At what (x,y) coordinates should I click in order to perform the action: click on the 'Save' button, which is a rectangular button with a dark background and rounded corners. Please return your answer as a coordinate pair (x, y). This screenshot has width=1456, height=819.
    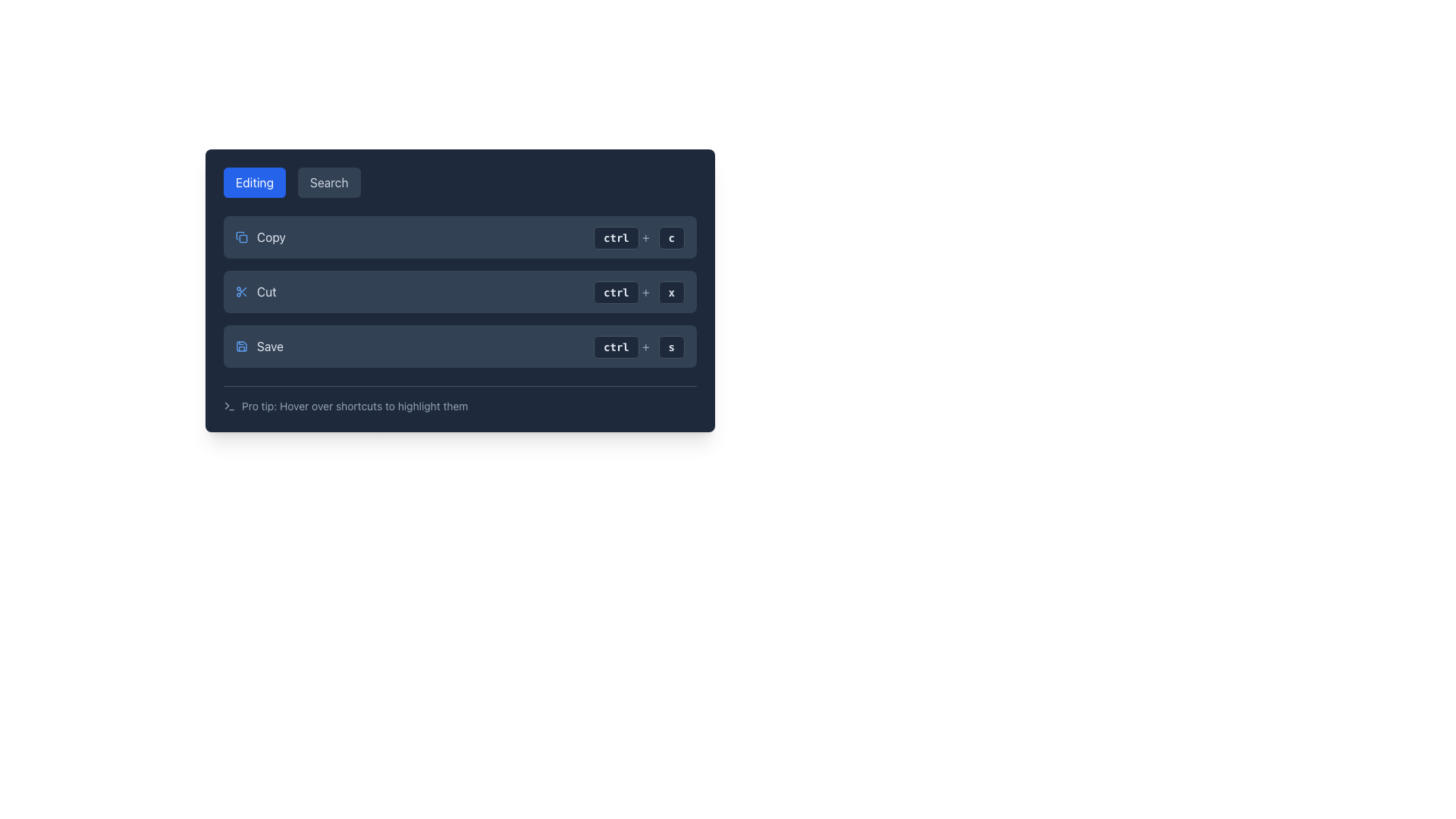
    Looking at the image, I should click on (459, 346).